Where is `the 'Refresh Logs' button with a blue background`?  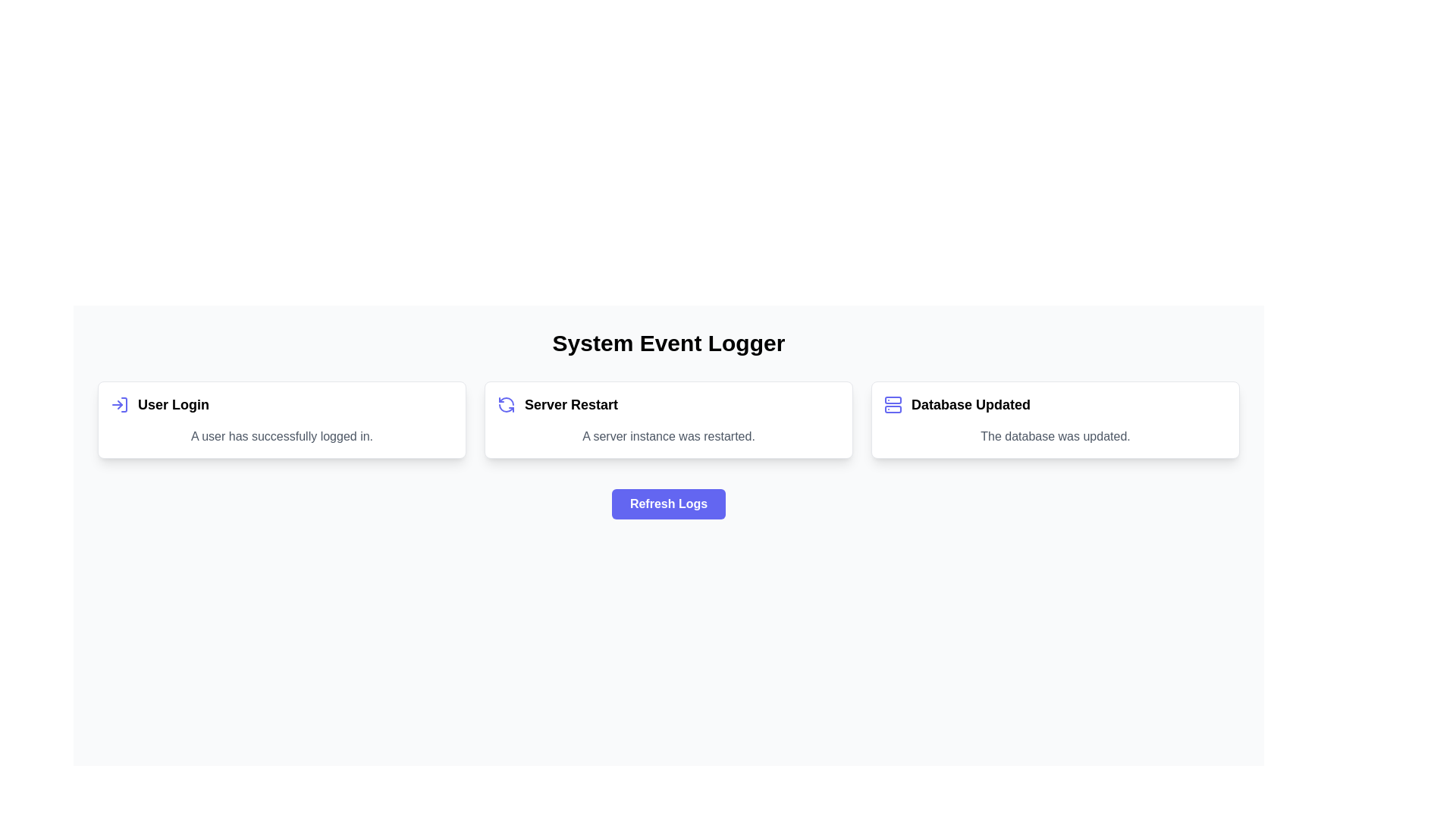
the 'Refresh Logs' button with a blue background is located at coordinates (668, 504).